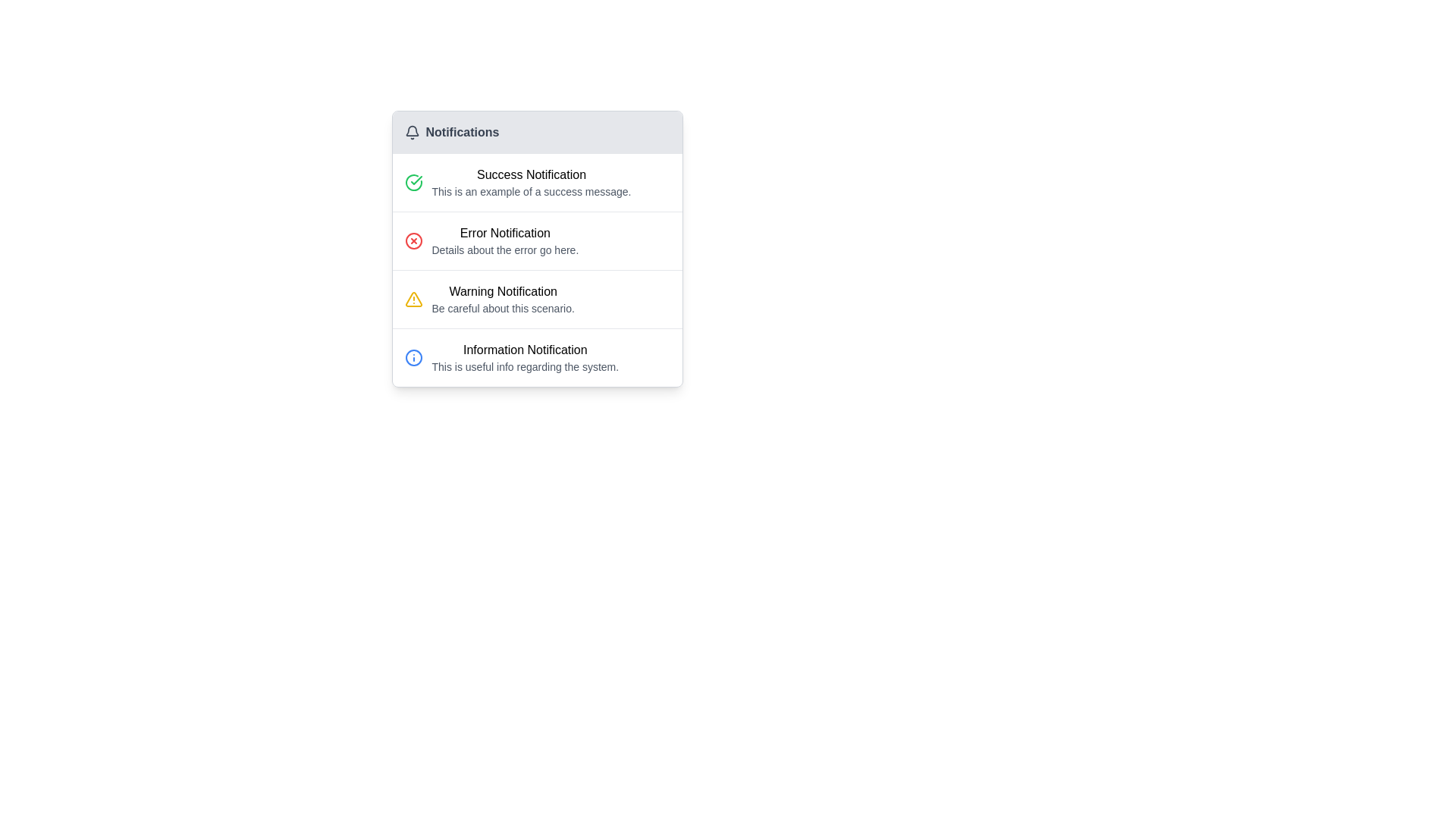  Describe the element at coordinates (503, 308) in the screenshot. I see `the text element that reads 'Be careful about this scenario.' which is styled in a smaller gray font and located directly below 'Warning Notification' inside a notification card` at that location.